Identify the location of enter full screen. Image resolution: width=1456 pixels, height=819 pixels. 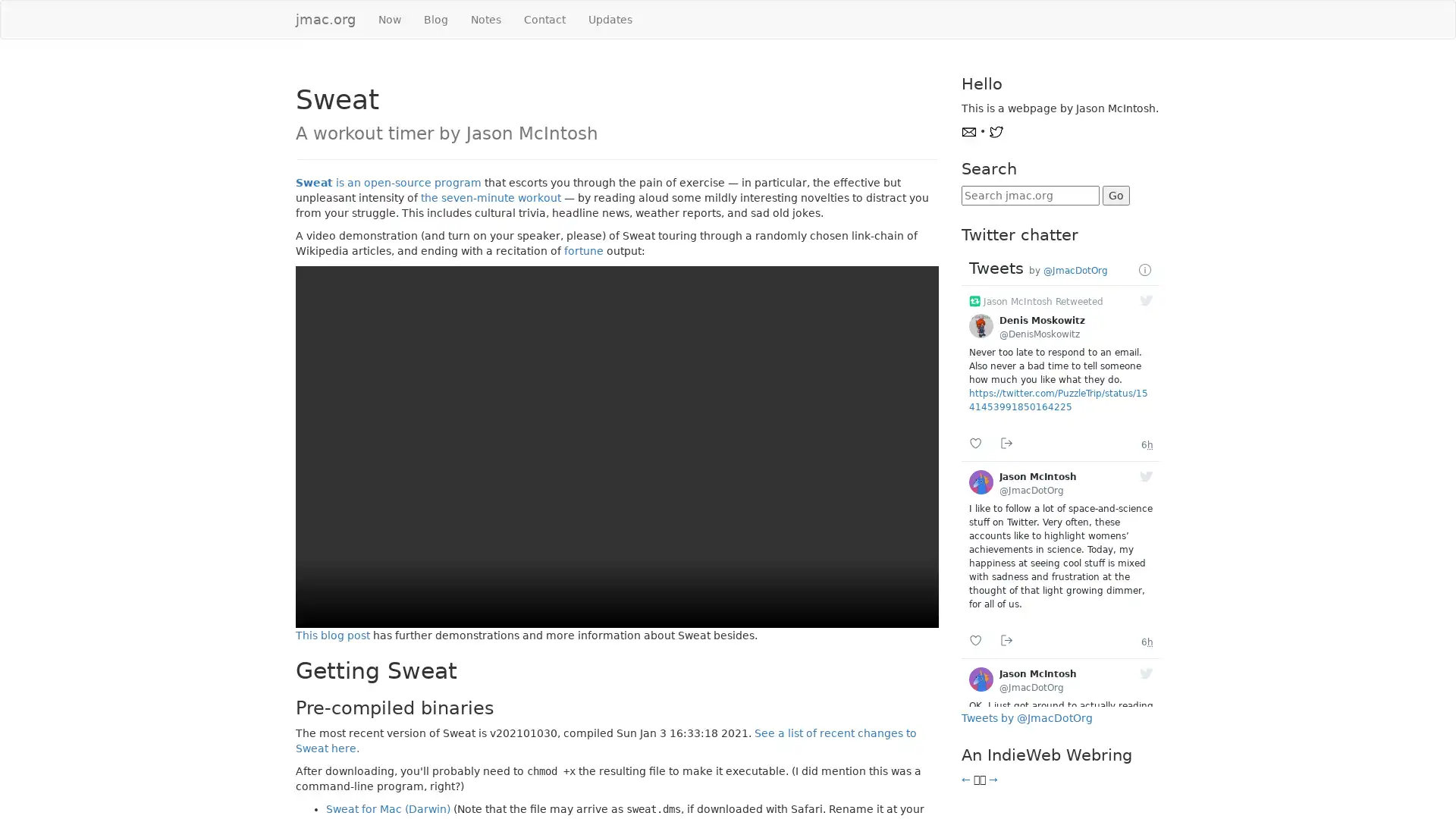
(883, 590).